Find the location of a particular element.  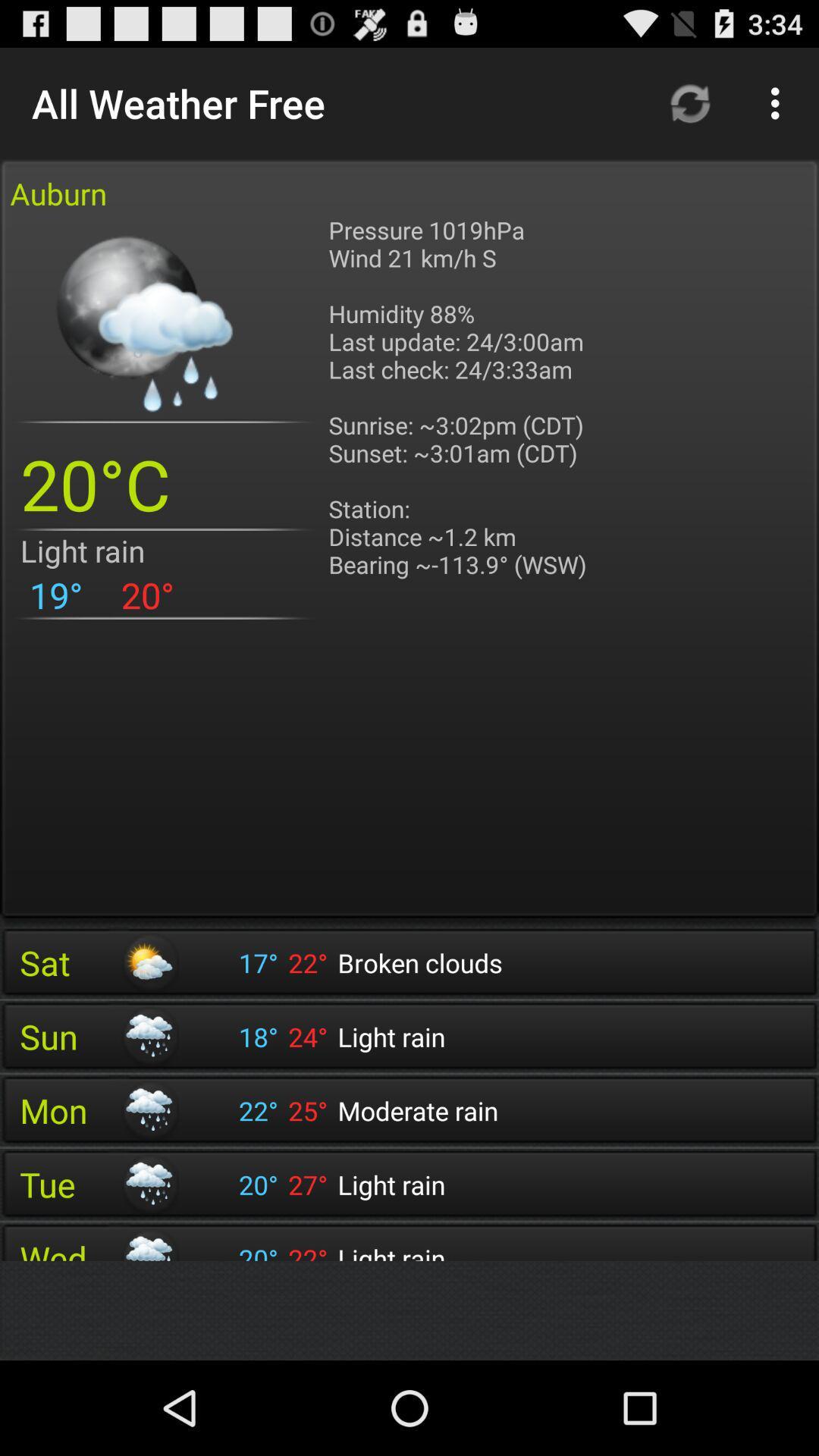

cloud image right to sun is located at coordinates (149, 1036).